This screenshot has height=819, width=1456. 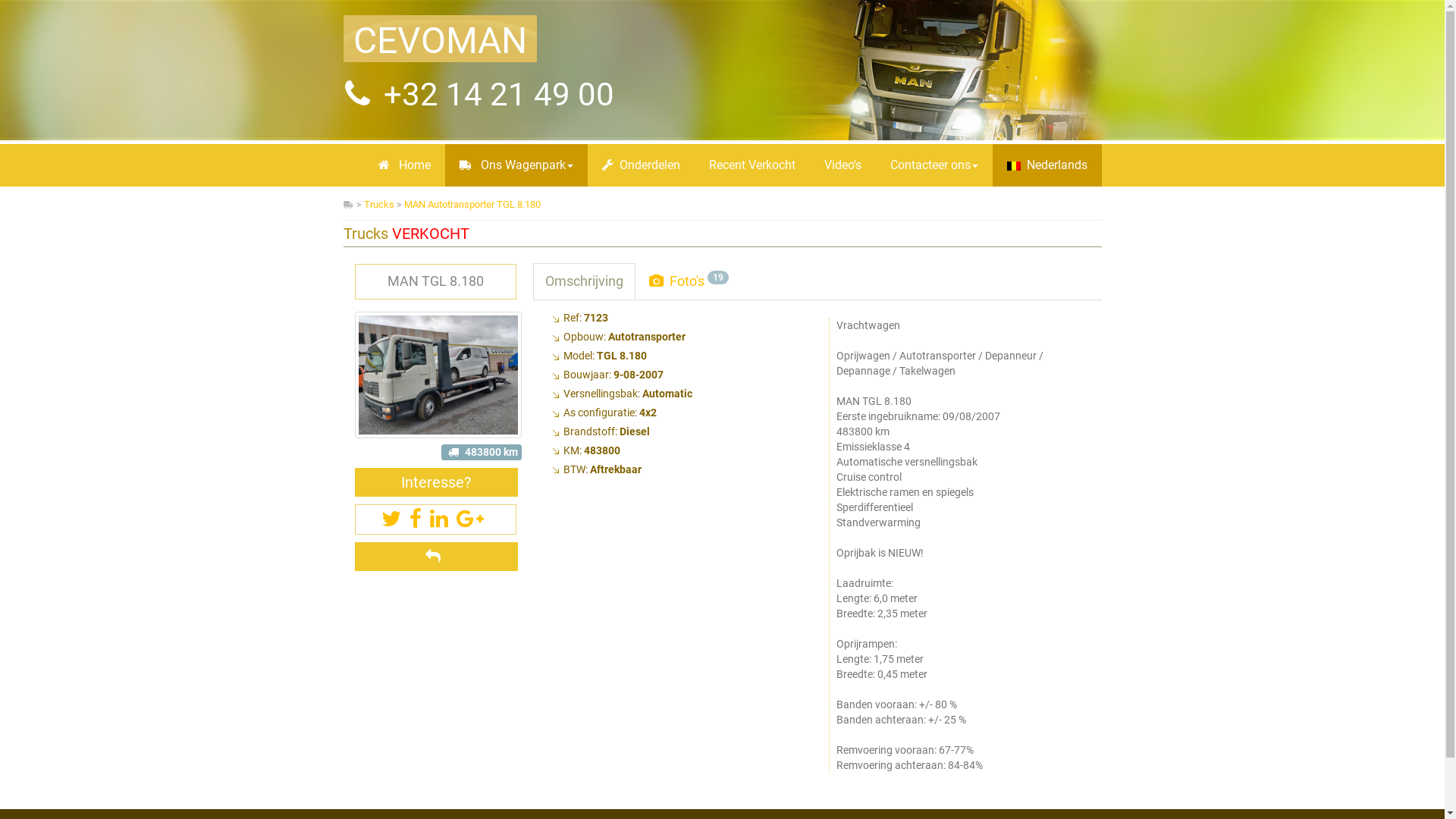 What do you see at coordinates (516, 165) in the screenshot?
I see `'Ons Wagenpark'` at bounding box center [516, 165].